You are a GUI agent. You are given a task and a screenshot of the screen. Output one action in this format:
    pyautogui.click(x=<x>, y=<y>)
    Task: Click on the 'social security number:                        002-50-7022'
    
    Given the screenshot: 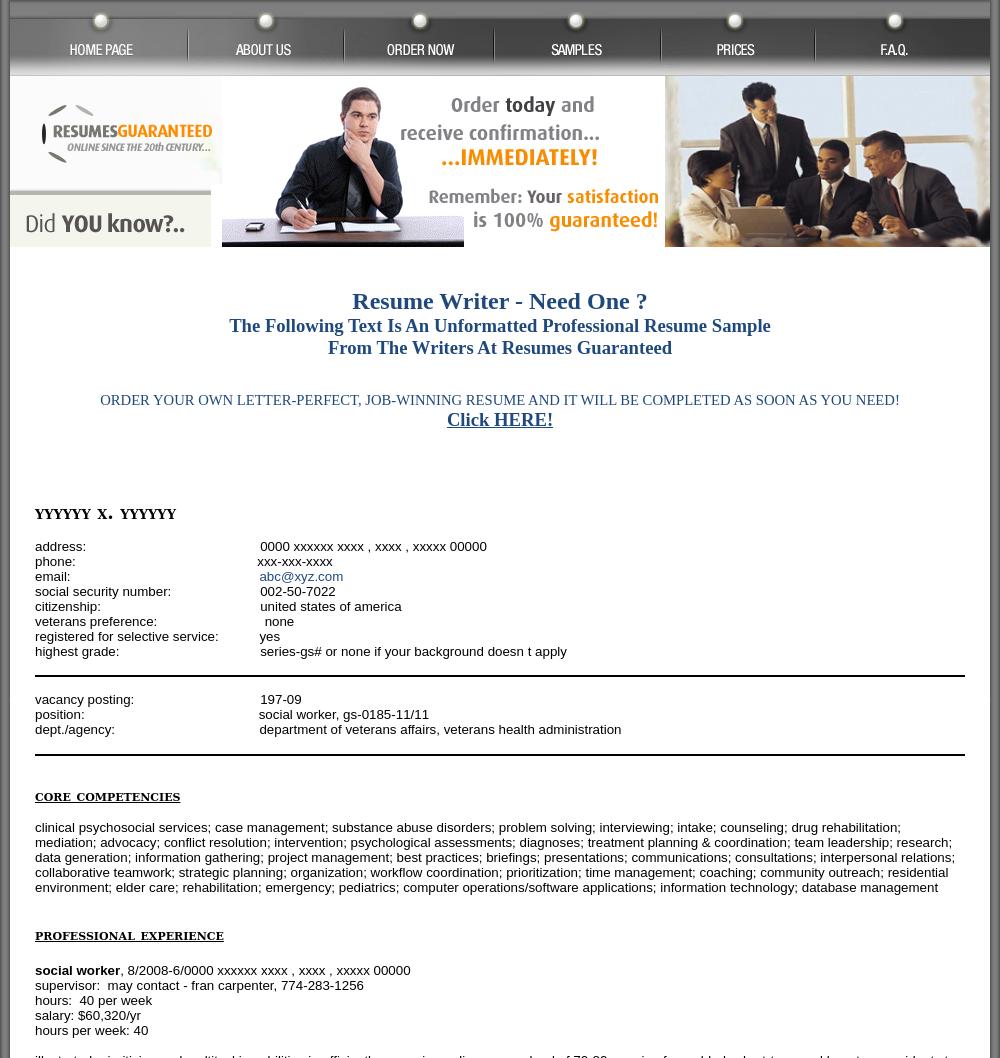 What is the action you would take?
    pyautogui.click(x=185, y=591)
    